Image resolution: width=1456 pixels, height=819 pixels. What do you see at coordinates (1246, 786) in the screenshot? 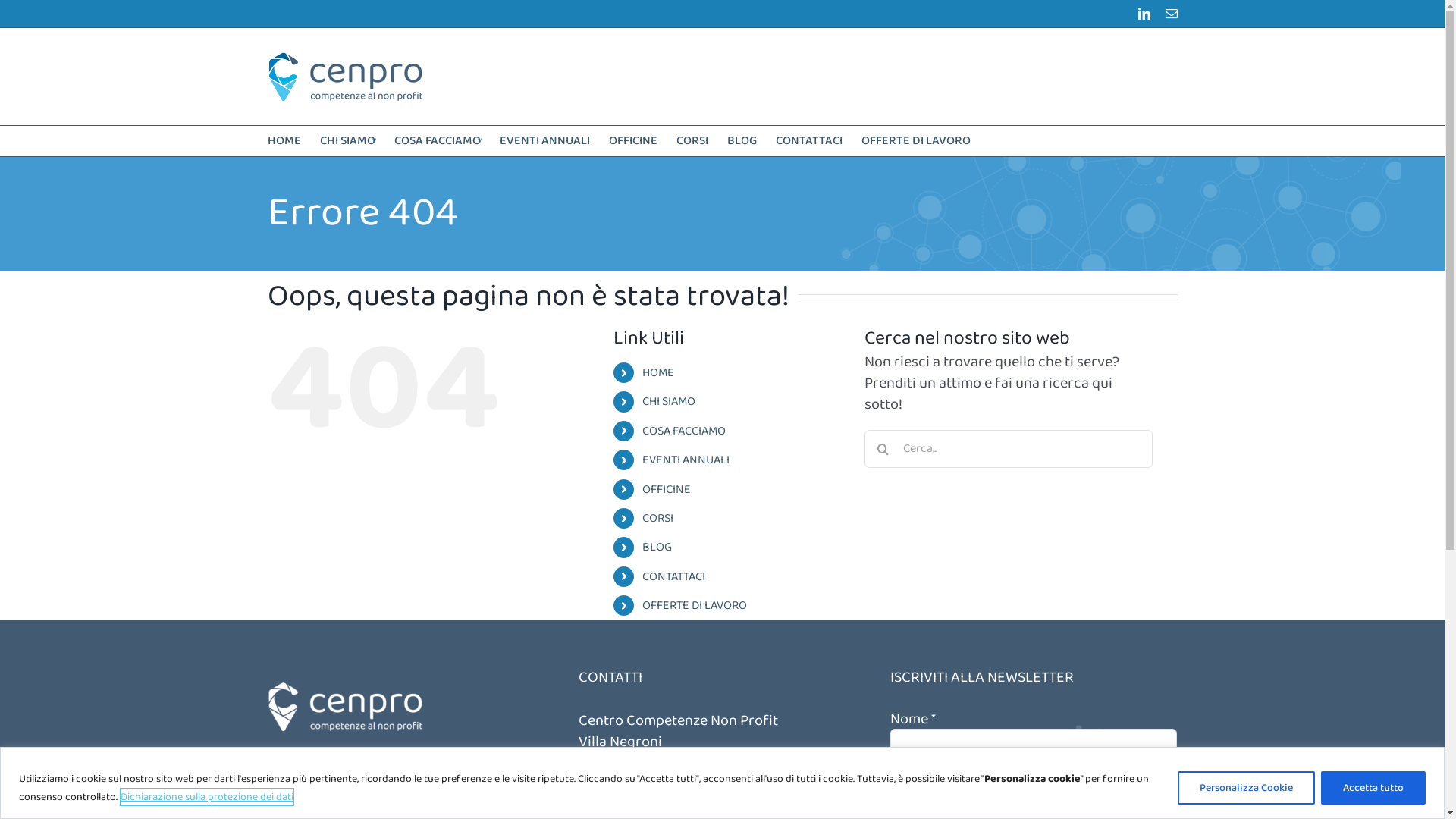
I see `'Personalizza Cookie'` at bounding box center [1246, 786].